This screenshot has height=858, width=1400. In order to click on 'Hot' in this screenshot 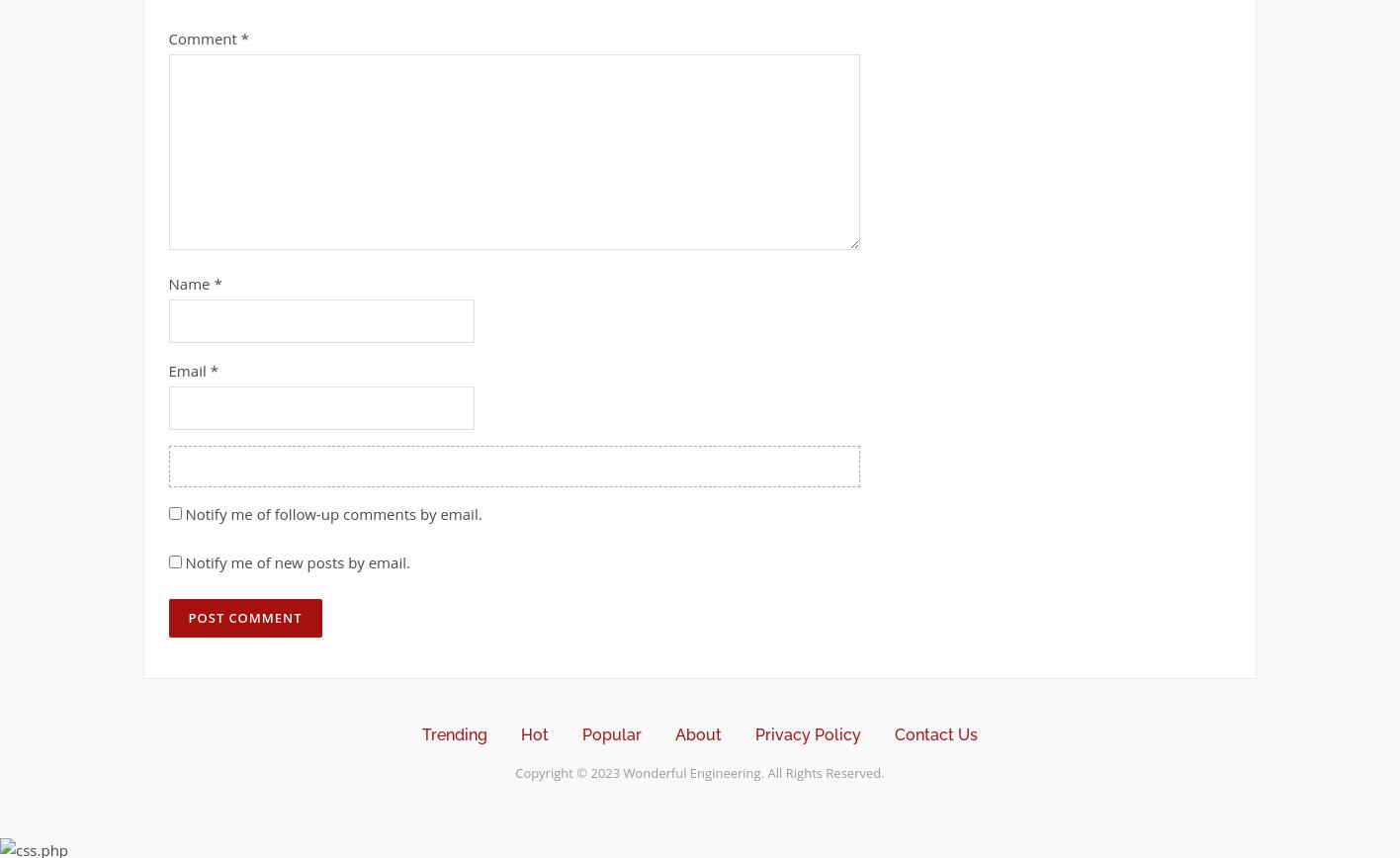, I will do `click(534, 733)`.